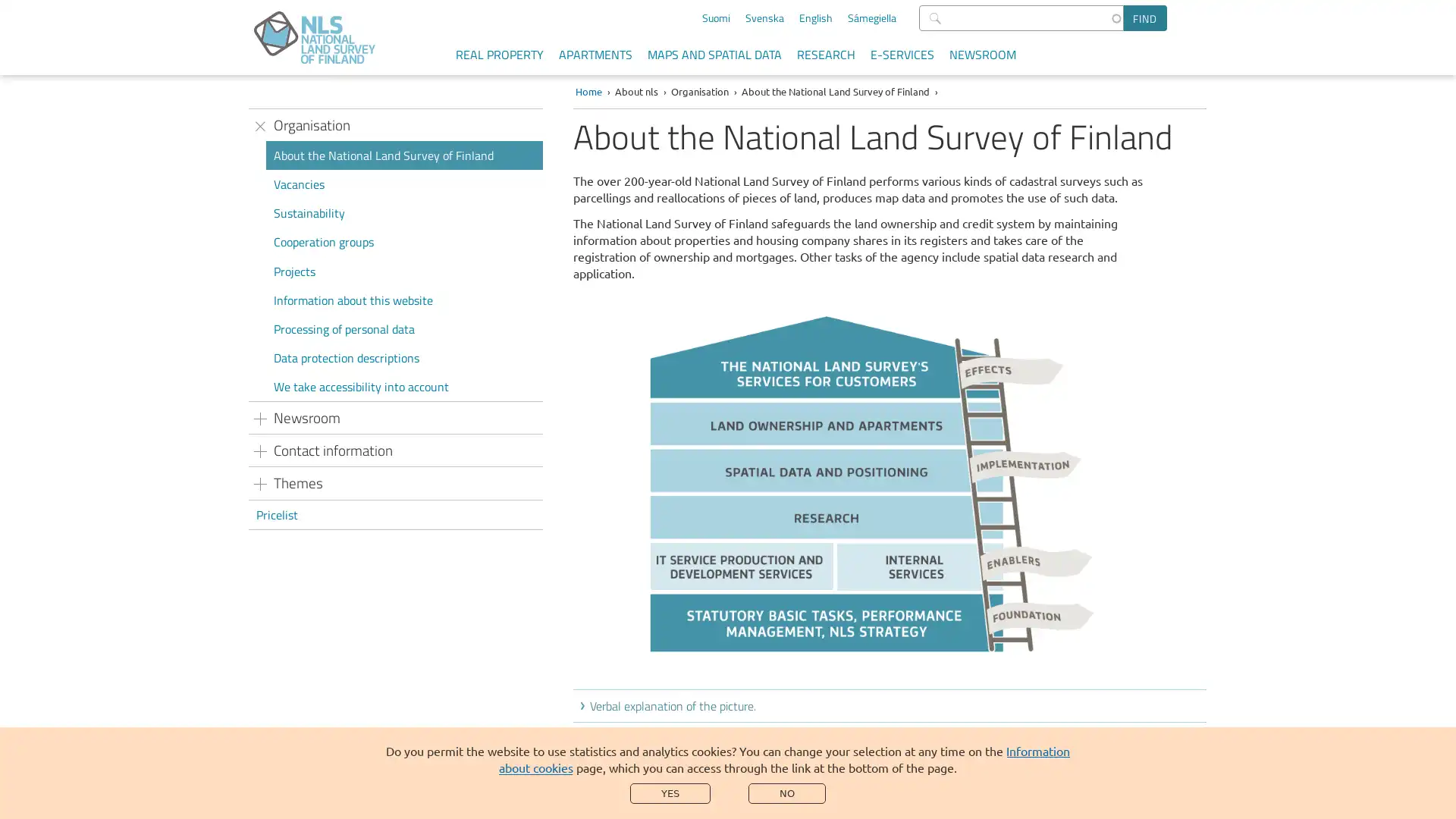 Image resolution: width=1456 pixels, height=819 pixels. What do you see at coordinates (1145, 17) in the screenshot?
I see `Find` at bounding box center [1145, 17].